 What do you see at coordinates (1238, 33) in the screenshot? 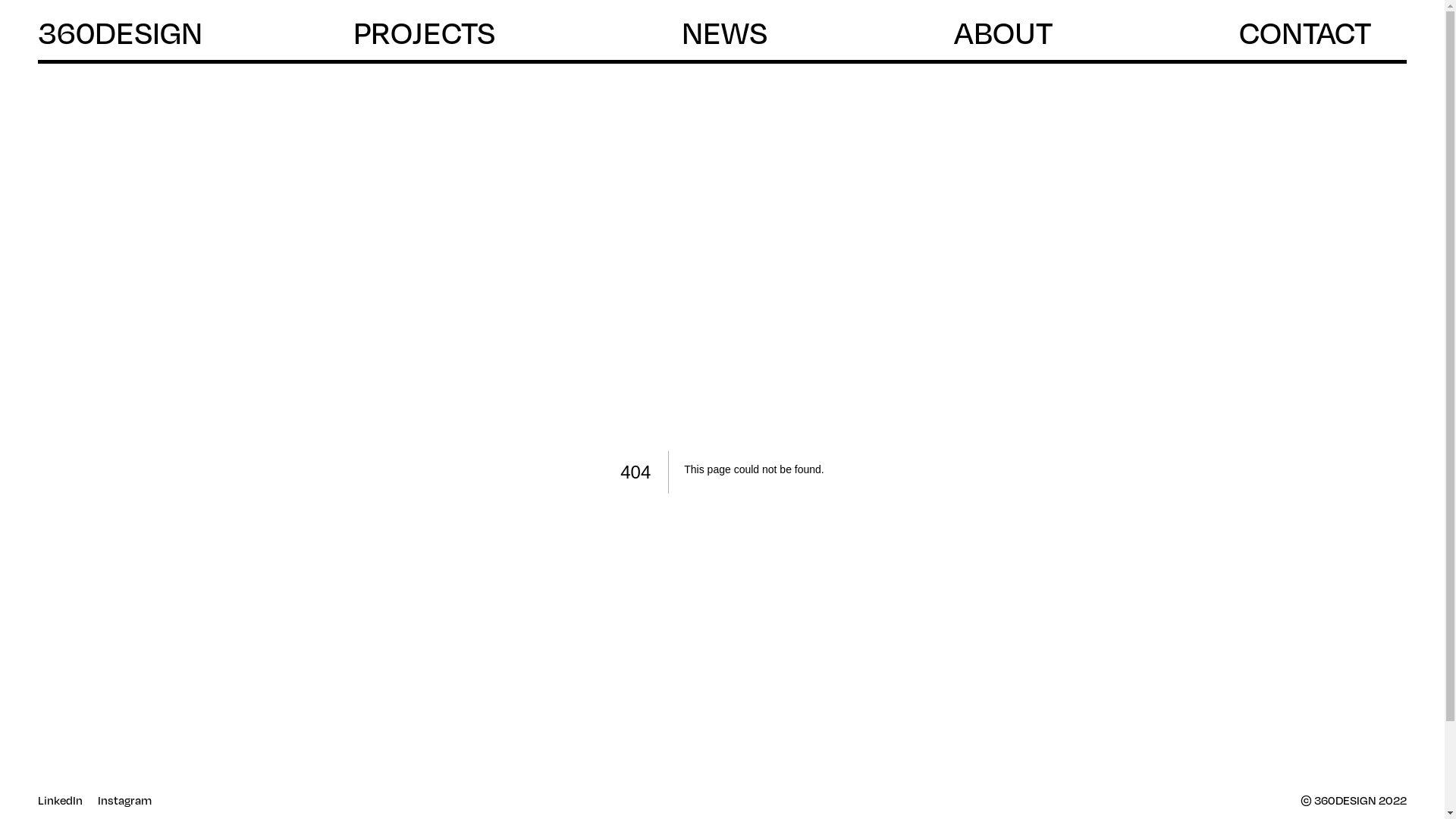
I see `'CONTACT'` at bounding box center [1238, 33].